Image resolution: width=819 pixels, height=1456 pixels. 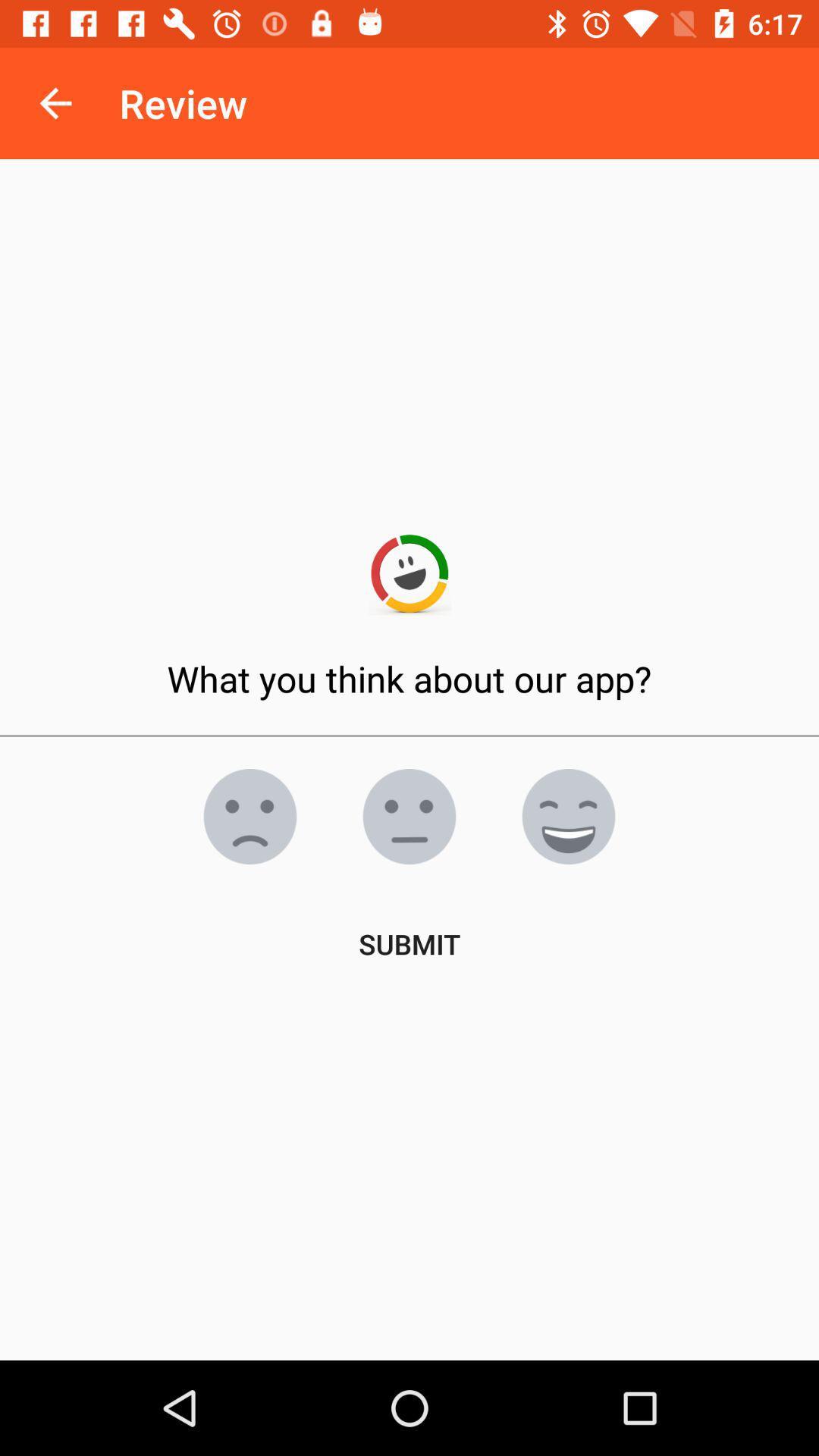 I want to click on rate the sad face, so click(x=249, y=815).